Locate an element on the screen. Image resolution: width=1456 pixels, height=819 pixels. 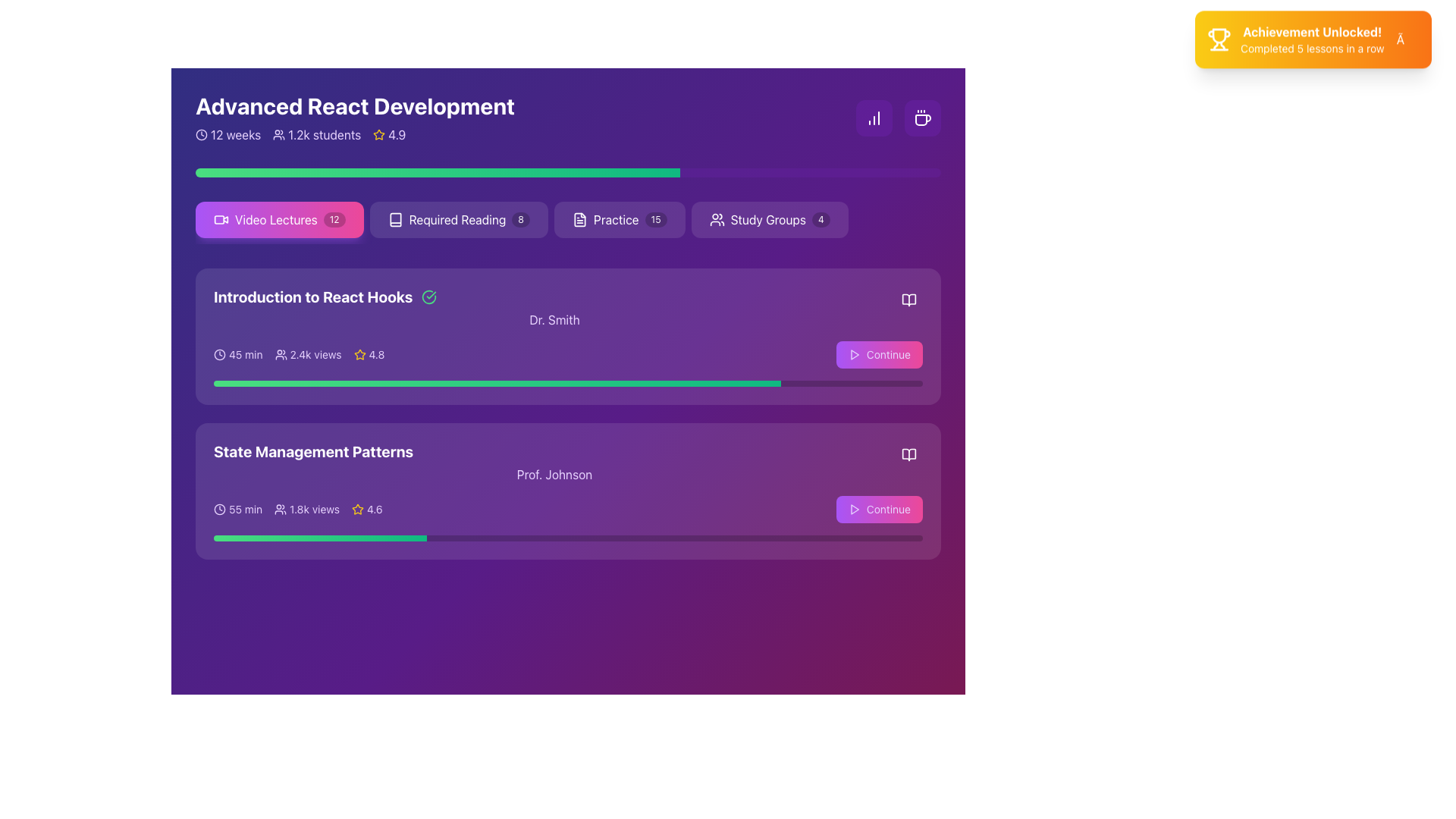
the 'Continue' button located at the bottom-right corner of the 'Introduction to React Hooks' card, which features a gradient from purple to pink and has a white play icon is located at coordinates (878, 354).